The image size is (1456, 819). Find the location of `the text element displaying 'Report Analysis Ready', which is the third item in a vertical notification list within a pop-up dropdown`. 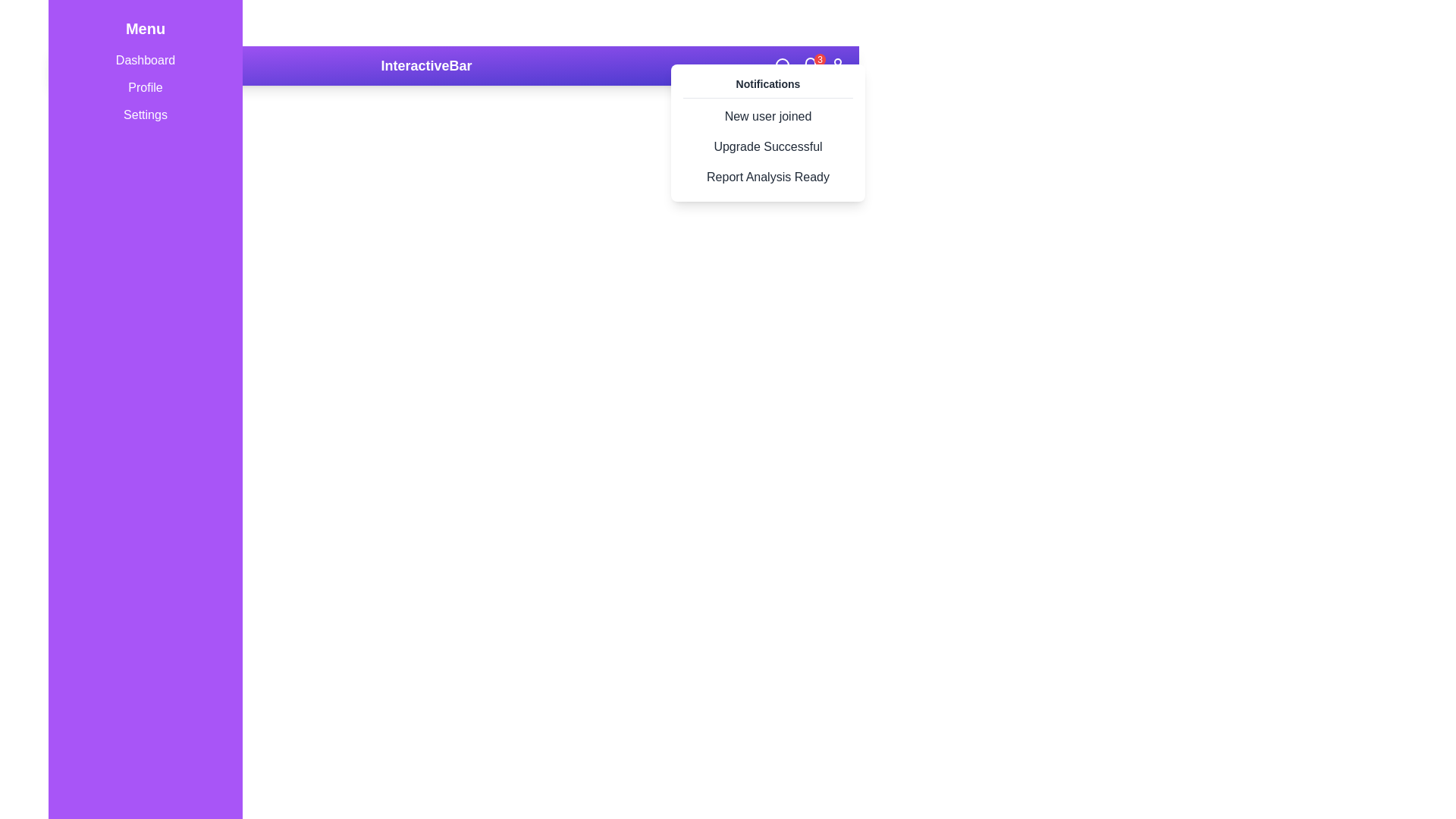

the text element displaying 'Report Analysis Ready', which is the third item in a vertical notification list within a pop-up dropdown is located at coordinates (767, 177).